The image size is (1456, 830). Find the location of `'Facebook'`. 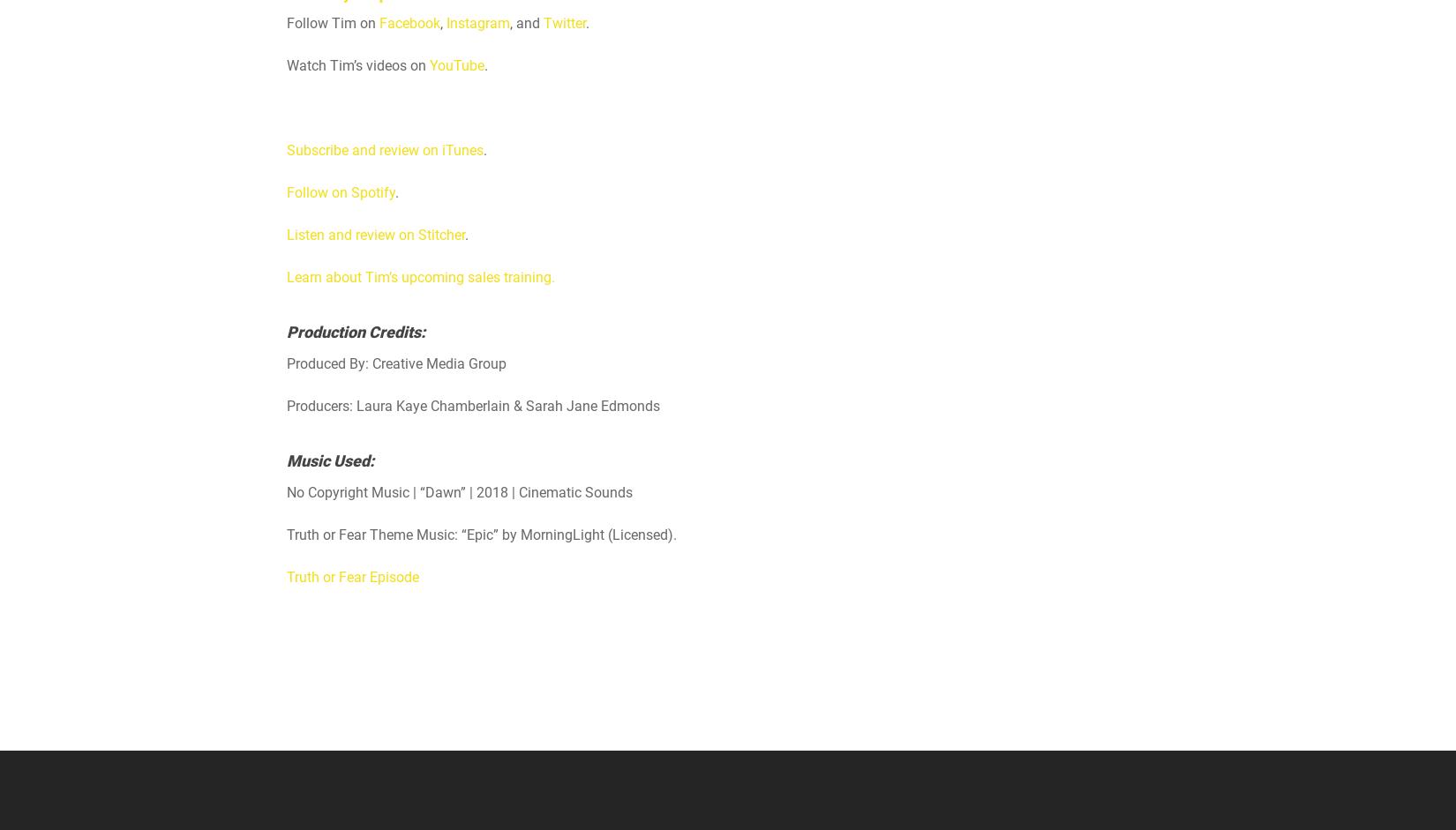

'Facebook' is located at coordinates (378, 23).